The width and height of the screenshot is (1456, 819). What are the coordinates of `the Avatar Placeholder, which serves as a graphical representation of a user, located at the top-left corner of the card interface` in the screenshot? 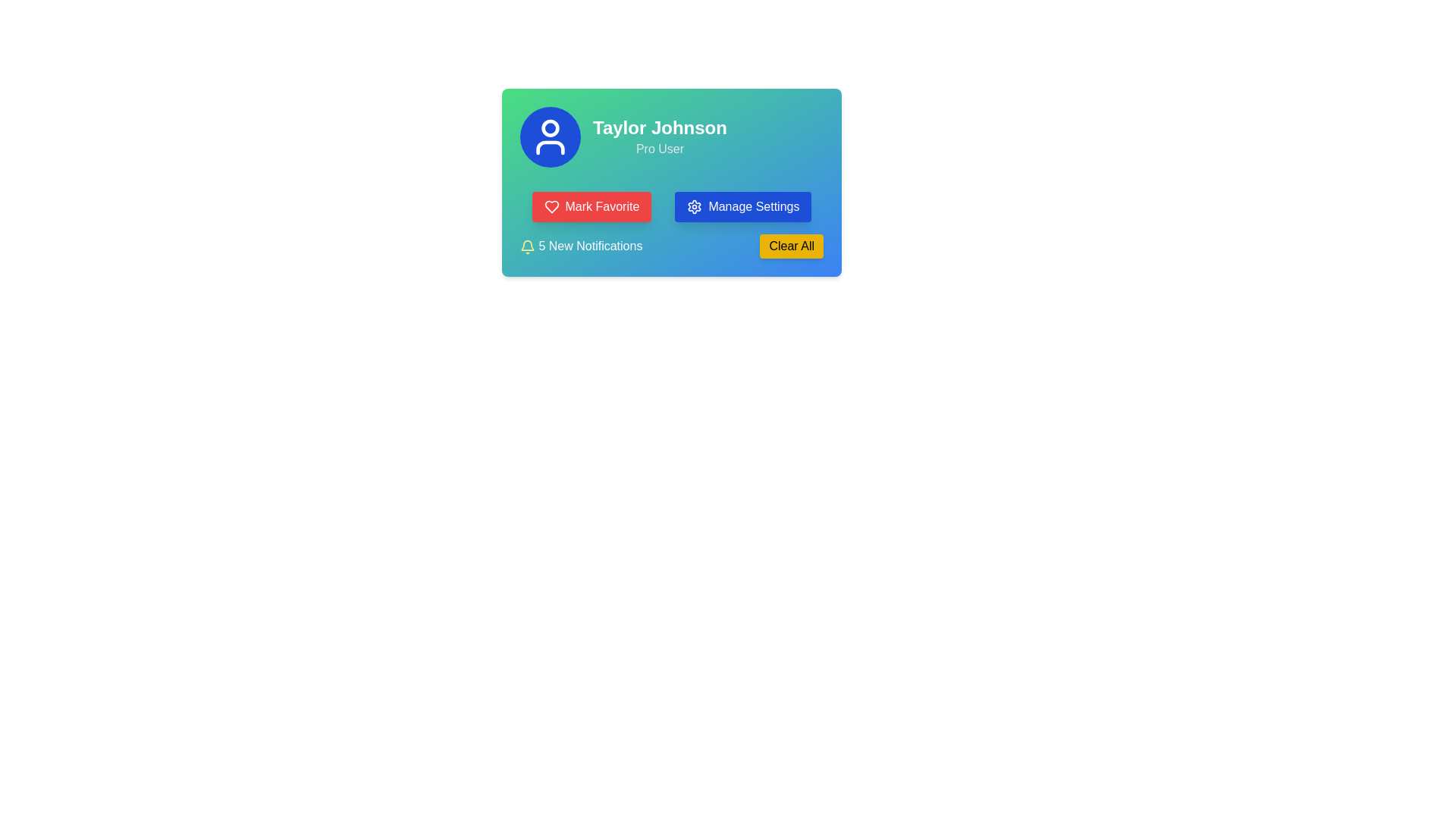 It's located at (549, 127).